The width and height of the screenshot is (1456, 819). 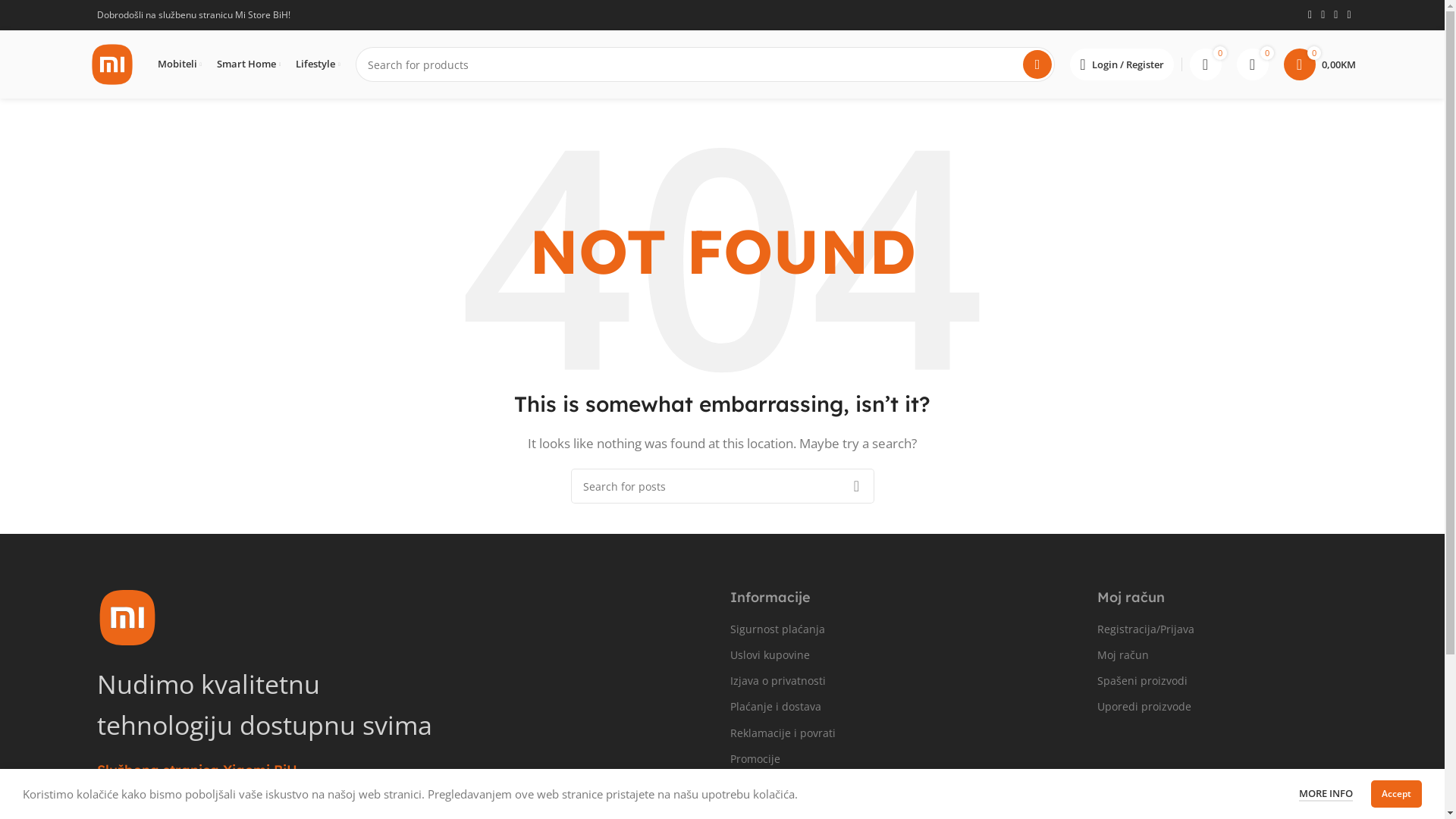 What do you see at coordinates (1318, 63) in the screenshot?
I see `'0` at bounding box center [1318, 63].